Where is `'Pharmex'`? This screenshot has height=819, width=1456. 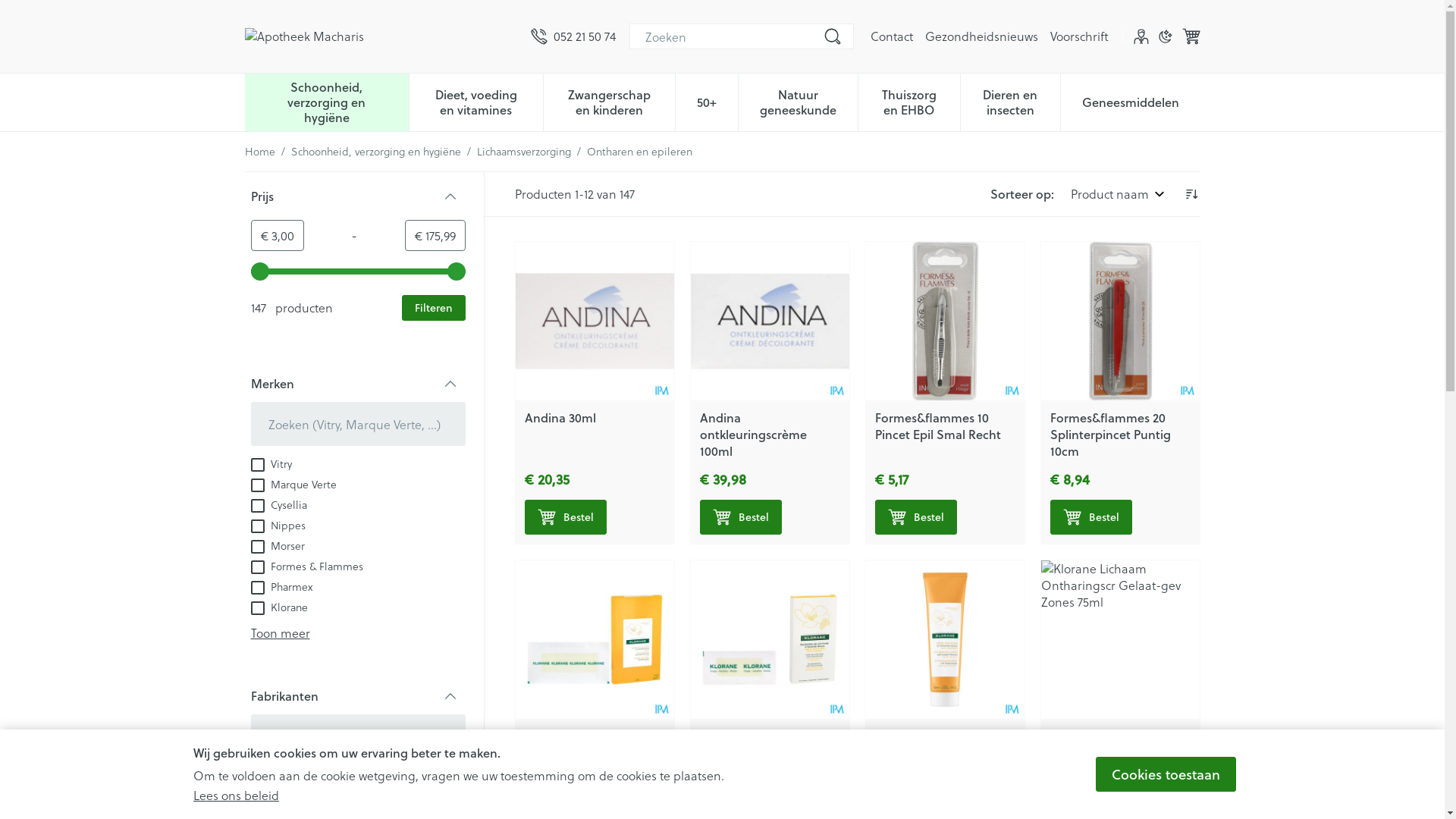
'Pharmex' is located at coordinates (281, 585).